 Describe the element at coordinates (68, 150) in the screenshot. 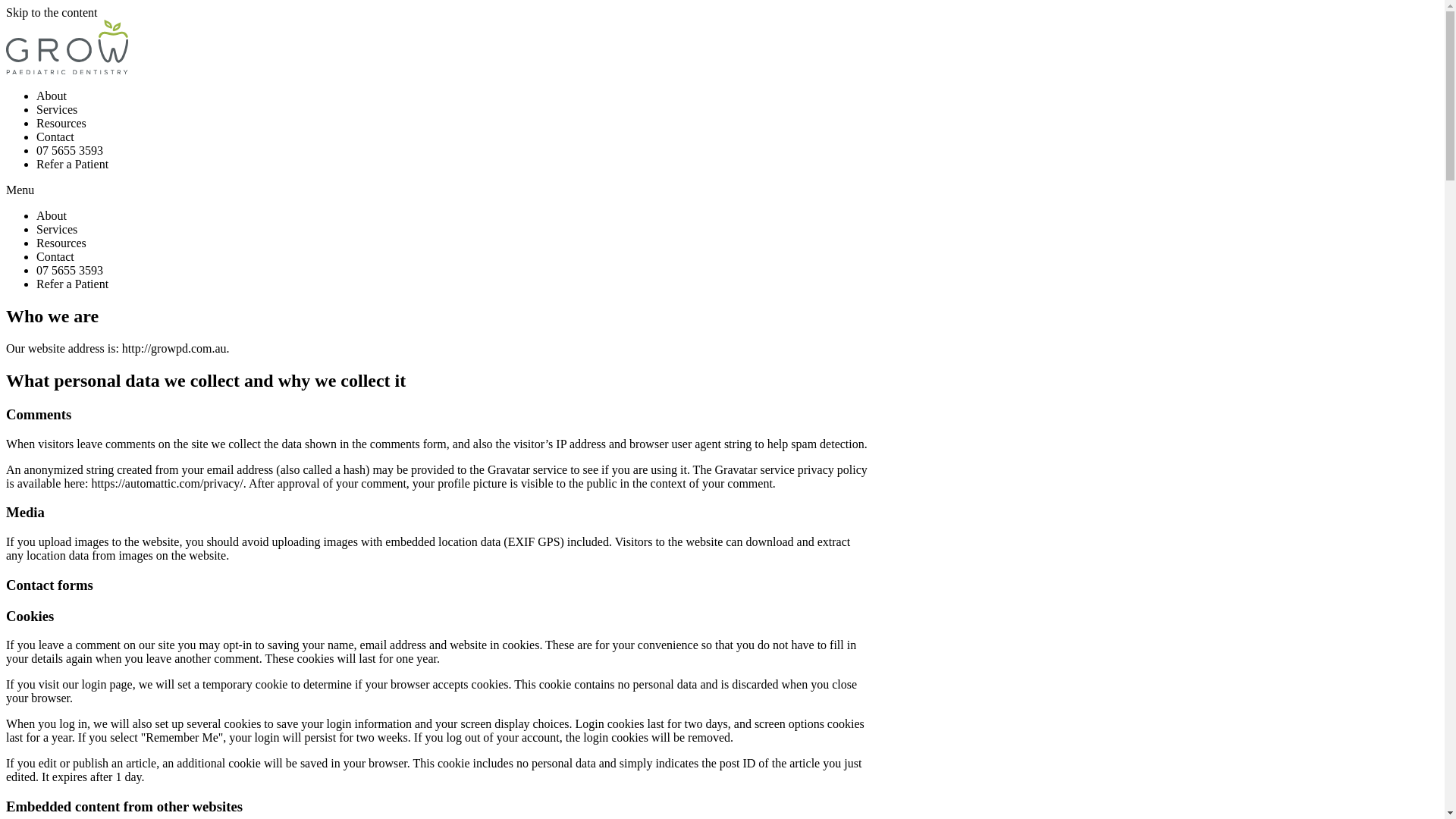

I see `'07 5655 3593'` at that location.